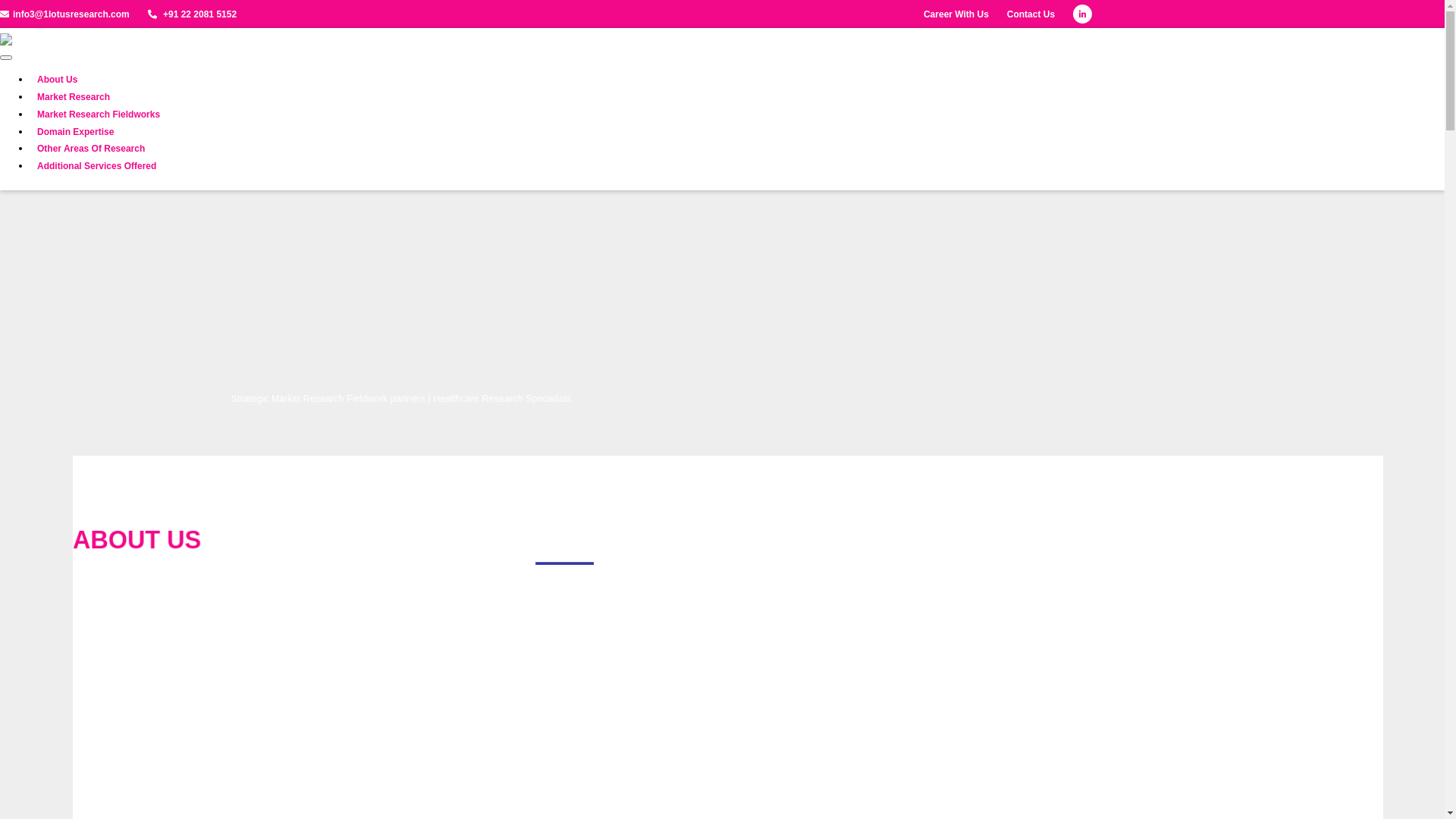 The height and width of the screenshot is (819, 1456). Describe the element at coordinates (36, 131) in the screenshot. I see `'Domain Expertise'` at that location.